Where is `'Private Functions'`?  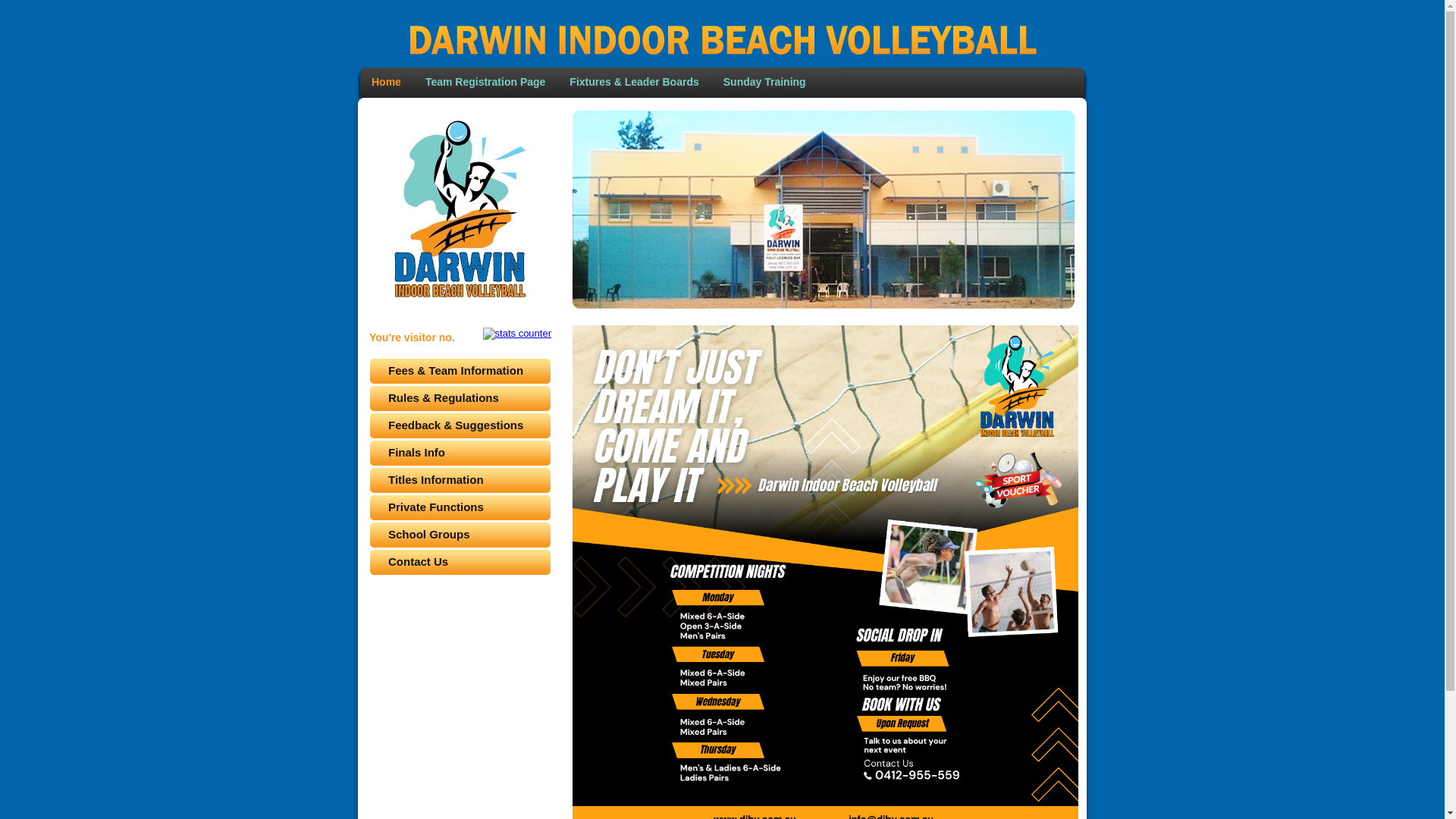
'Private Functions' is located at coordinates (459, 507).